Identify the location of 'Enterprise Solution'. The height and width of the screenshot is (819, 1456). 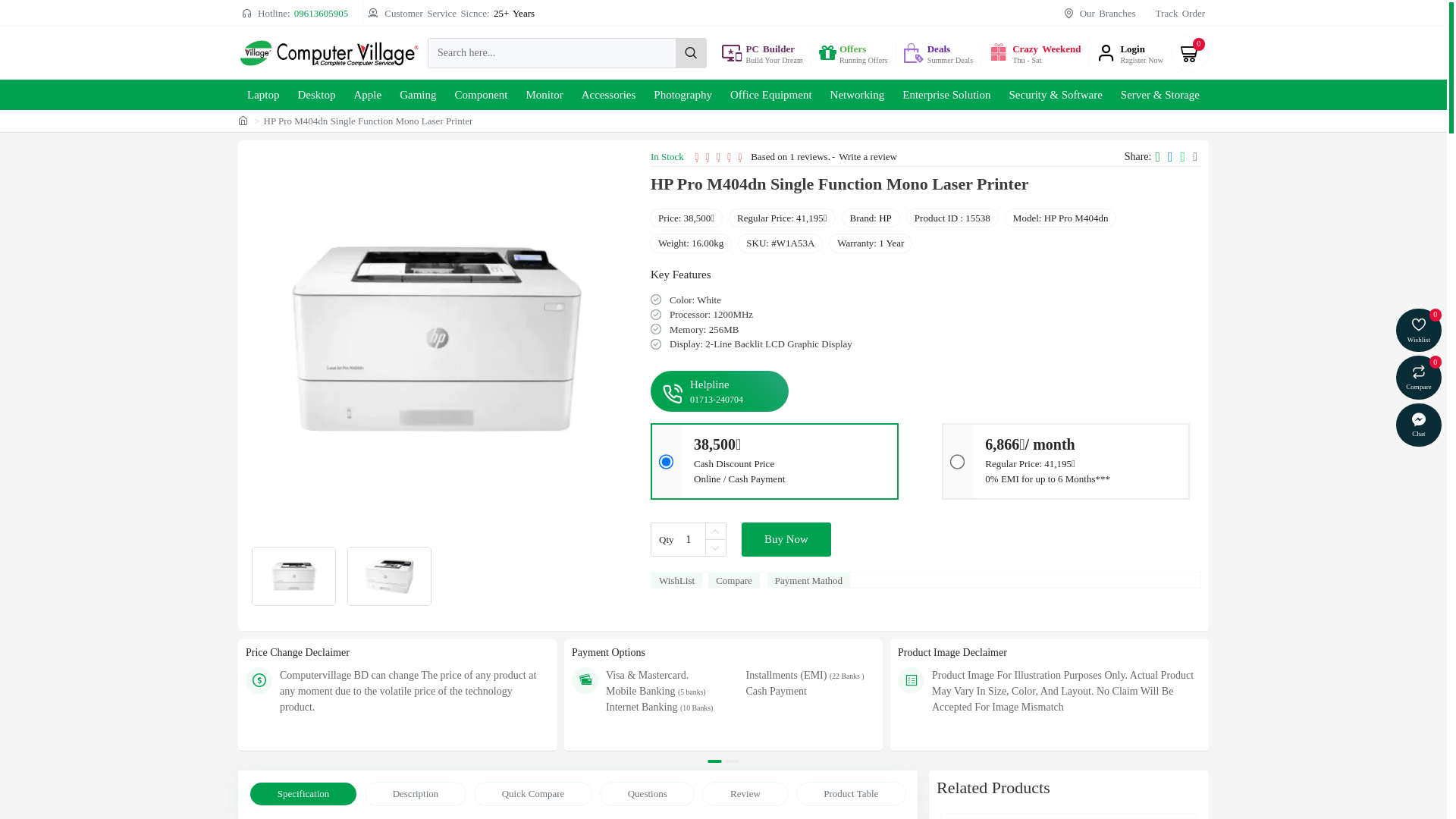
(946, 94).